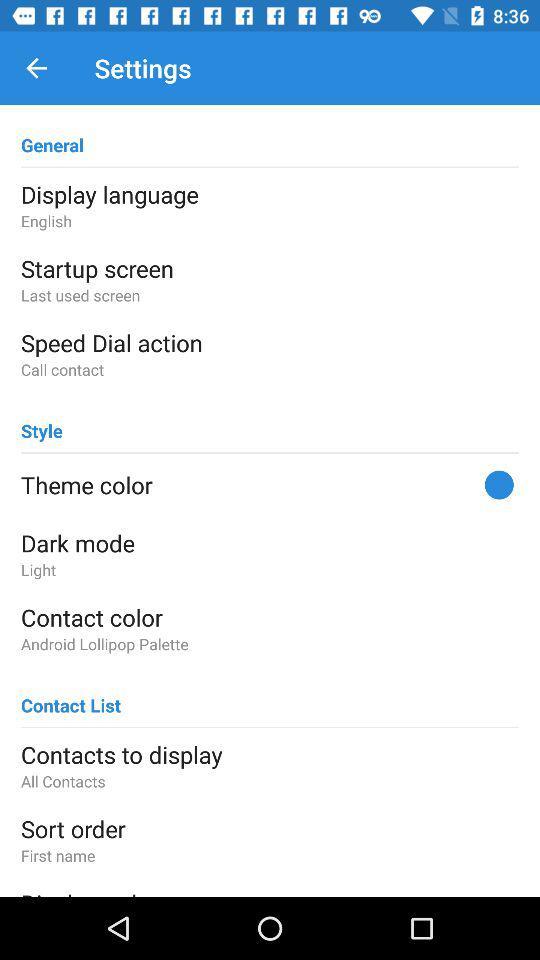 The image size is (540, 960). Describe the element at coordinates (270, 294) in the screenshot. I see `the last used screen` at that location.